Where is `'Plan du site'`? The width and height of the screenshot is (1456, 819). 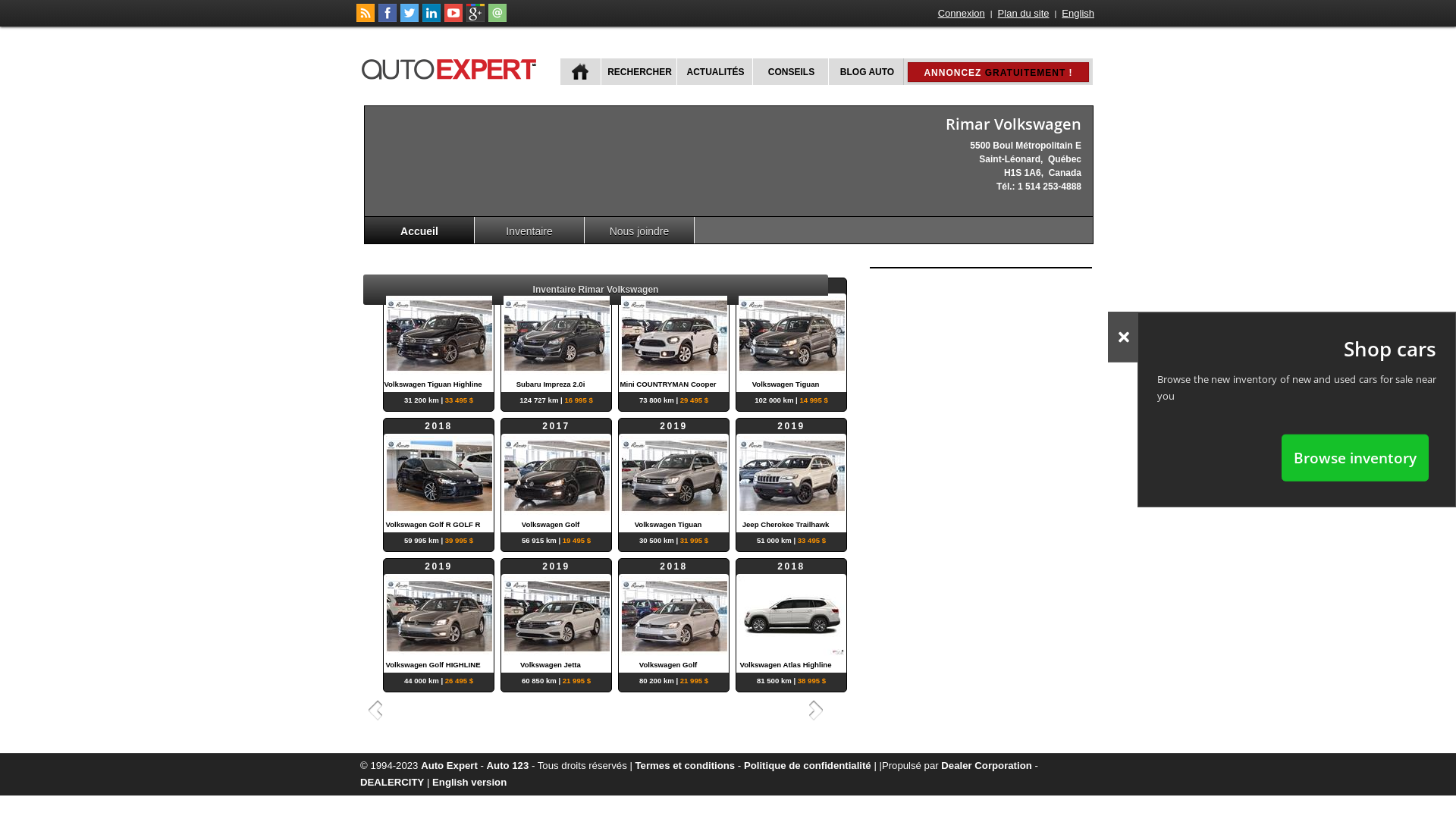
'Plan du site' is located at coordinates (1023, 13).